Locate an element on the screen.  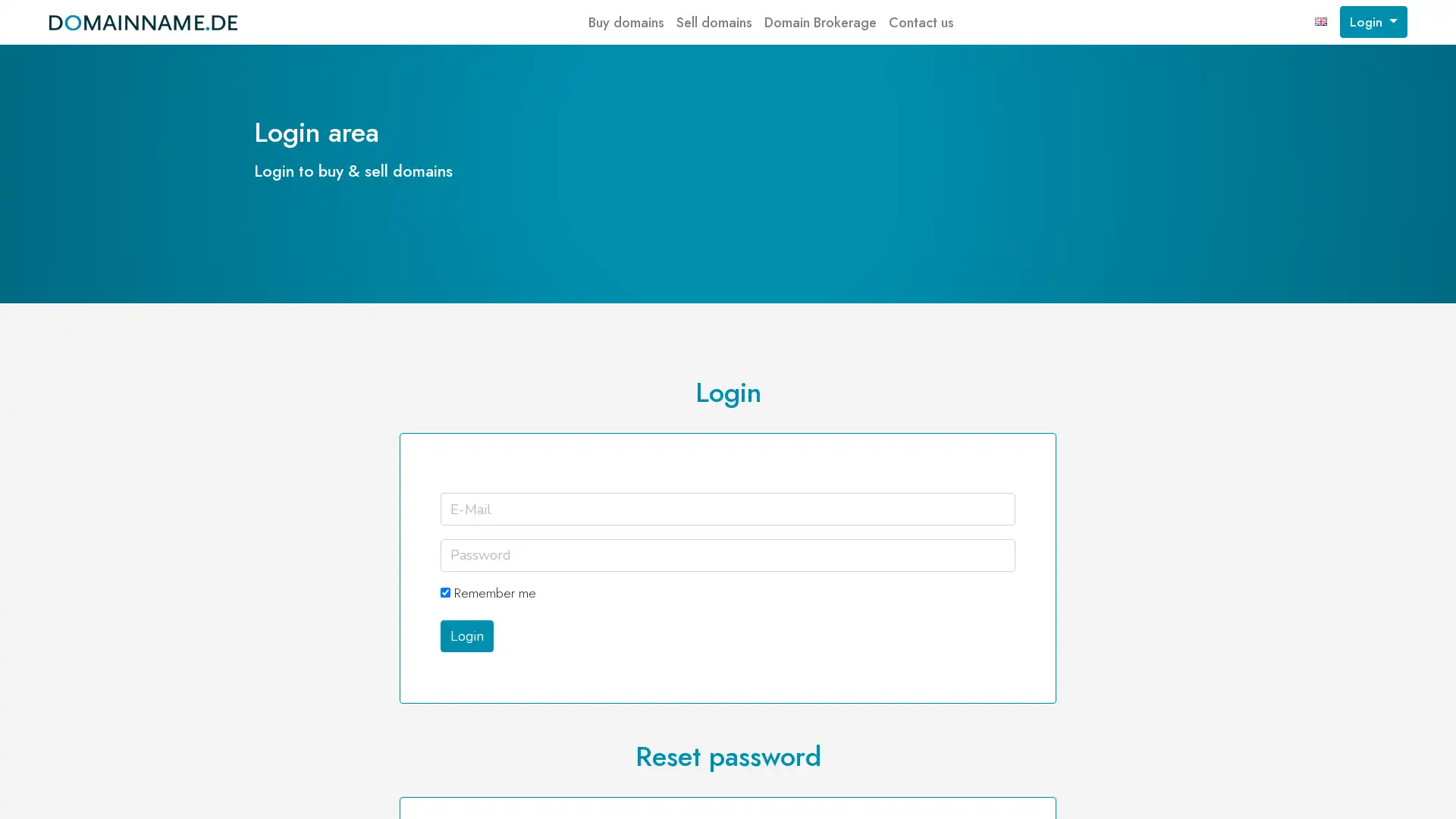
Login is located at coordinates (465, 635).